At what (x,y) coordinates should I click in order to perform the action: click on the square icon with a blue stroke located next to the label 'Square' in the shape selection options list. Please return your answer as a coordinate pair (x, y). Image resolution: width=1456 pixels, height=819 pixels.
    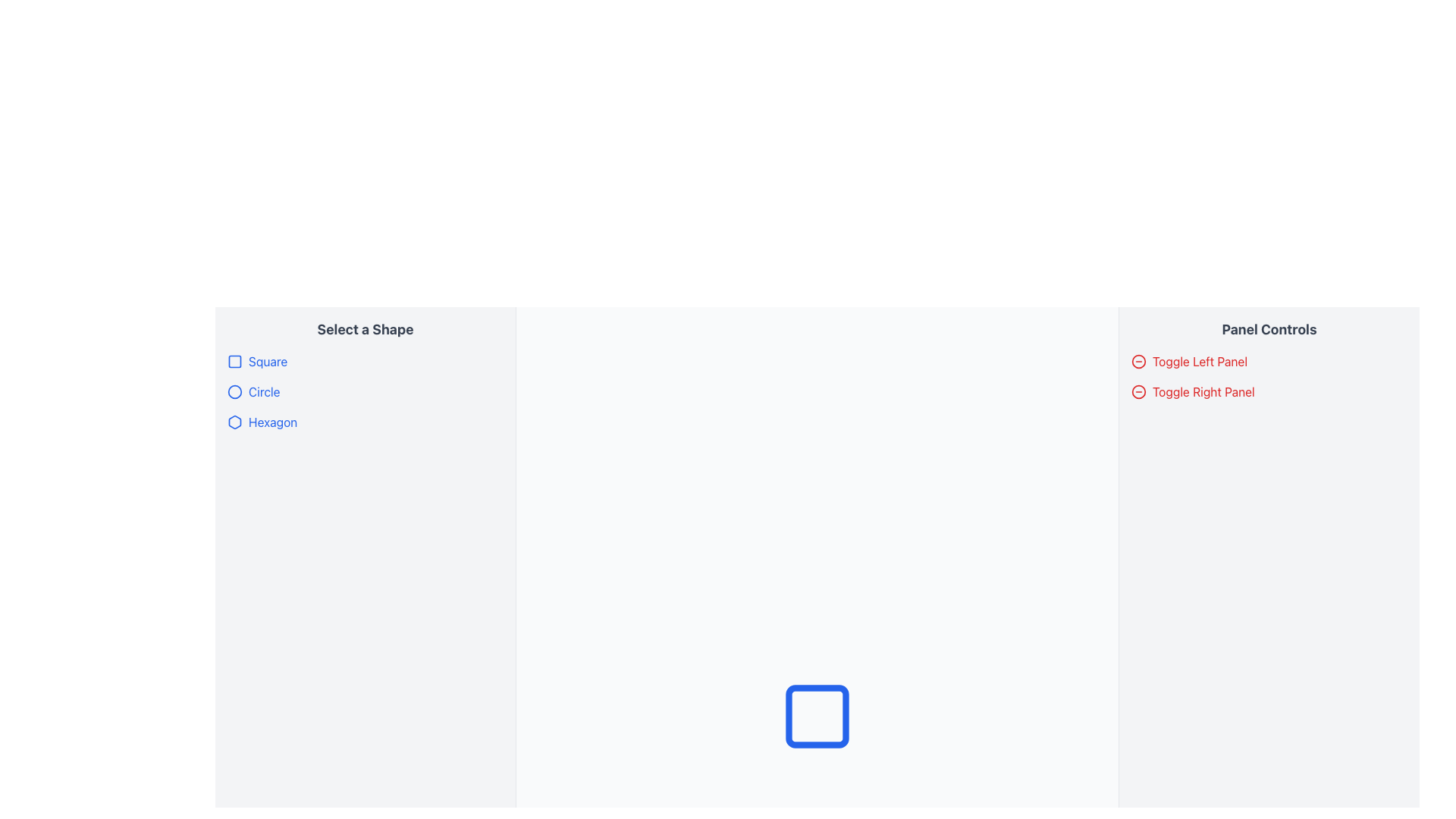
    Looking at the image, I should click on (234, 362).